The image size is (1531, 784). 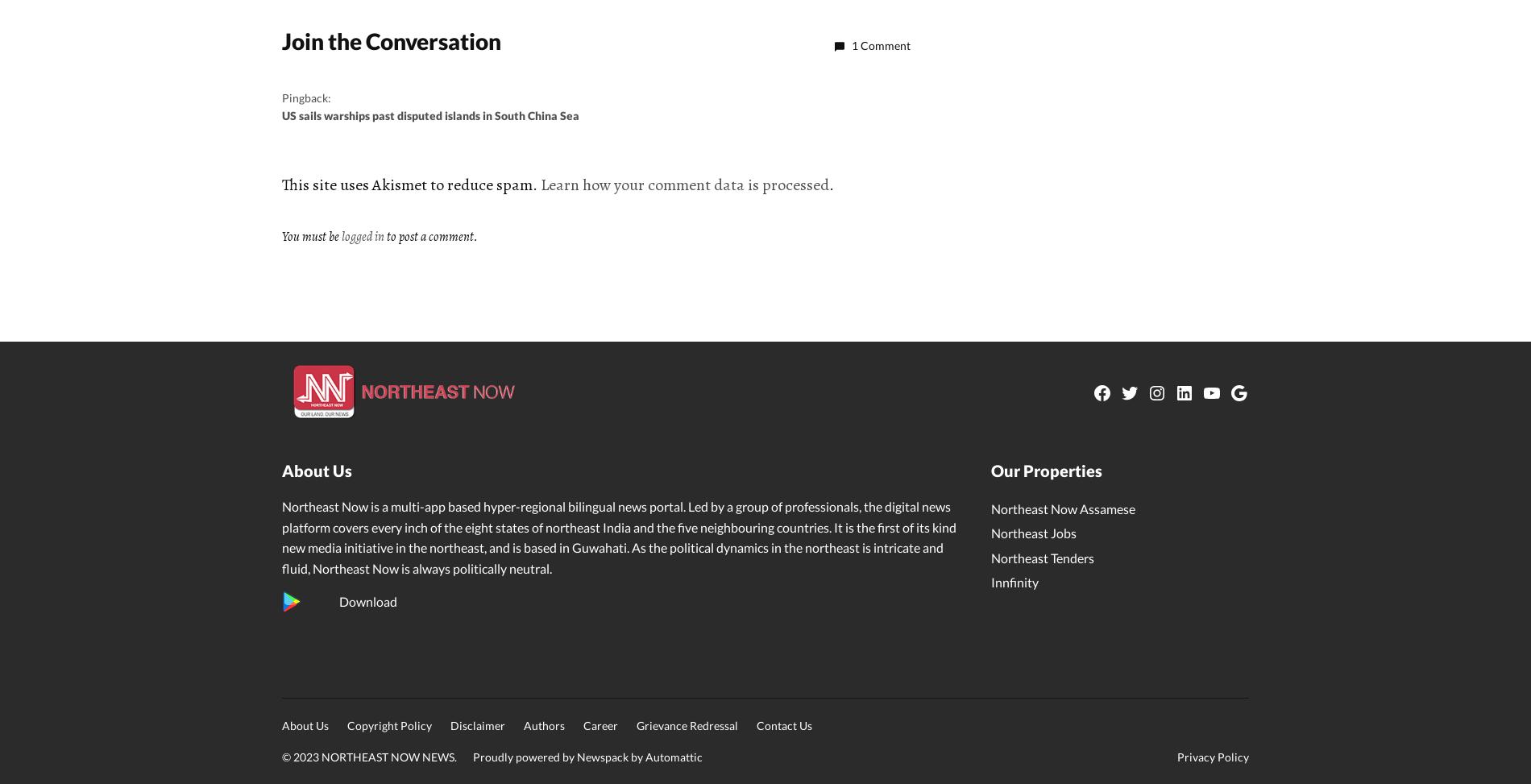 I want to click on 'Download', so click(x=367, y=601).